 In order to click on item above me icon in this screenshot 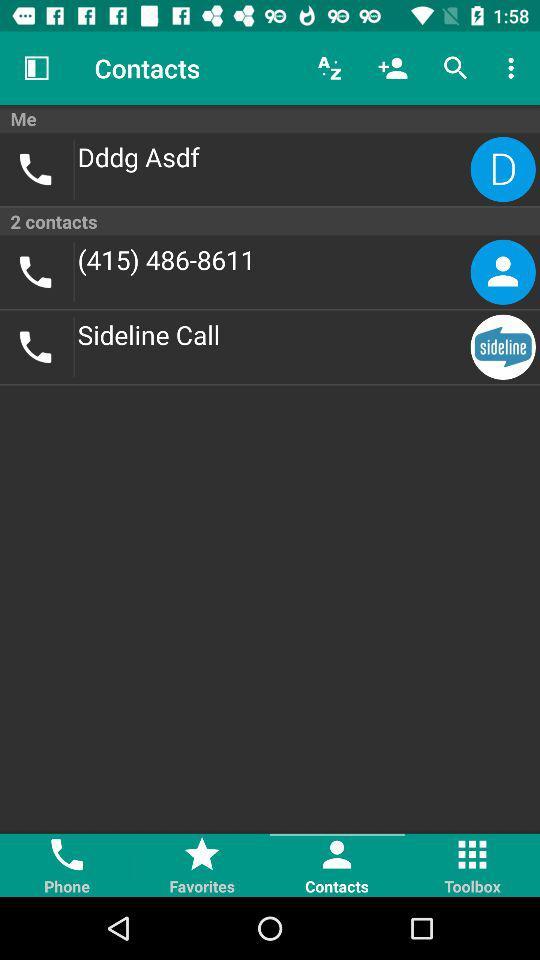, I will do `click(455, 68)`.